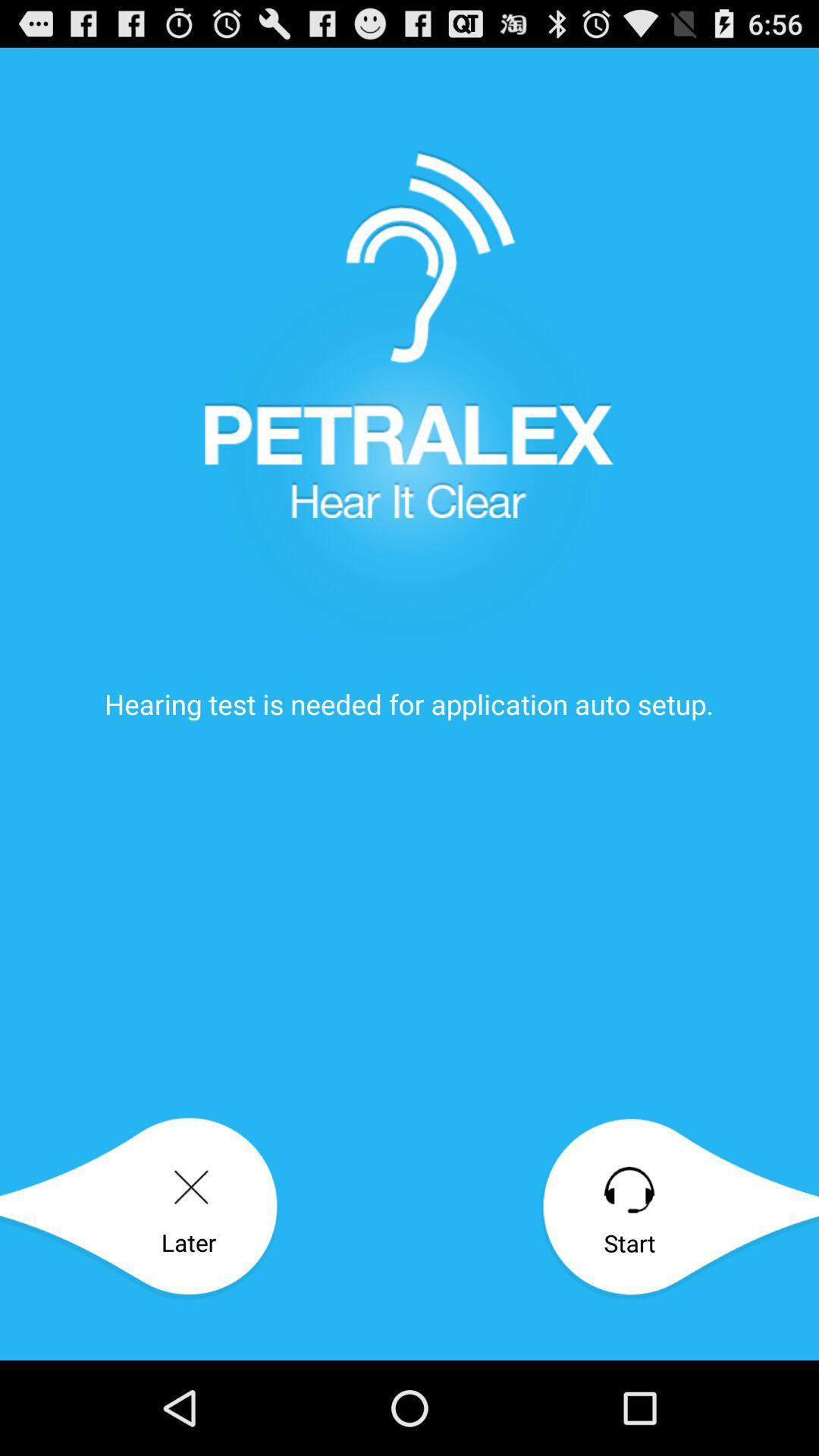  I want to click on the icon to the left of start icon, so click(139, 1207).